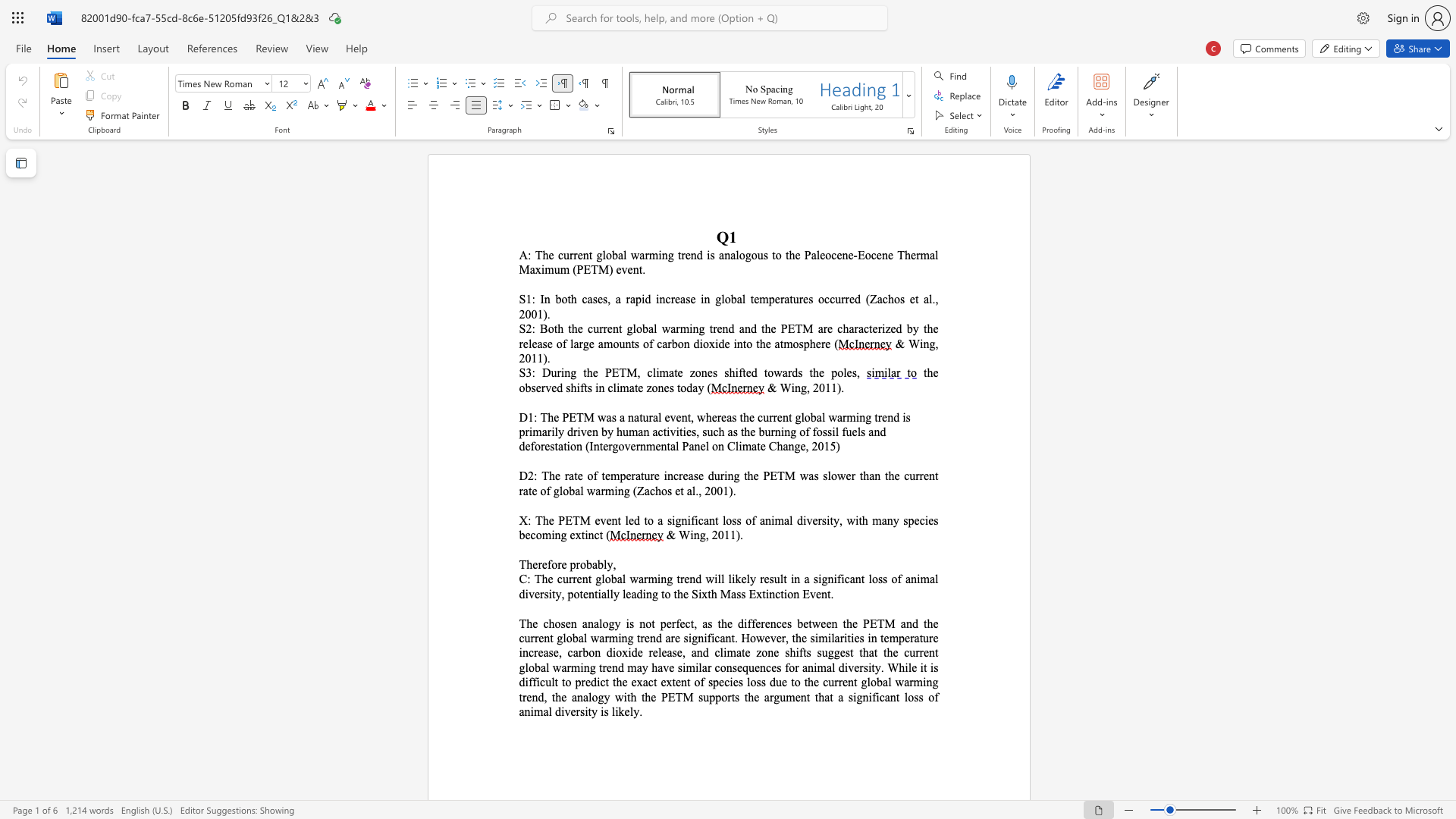 This screenshot has width=1456, height=819. Describe the element at coordinates (544, 564) in the screenshot. I see `the 2th character "e" in the text` at that location.